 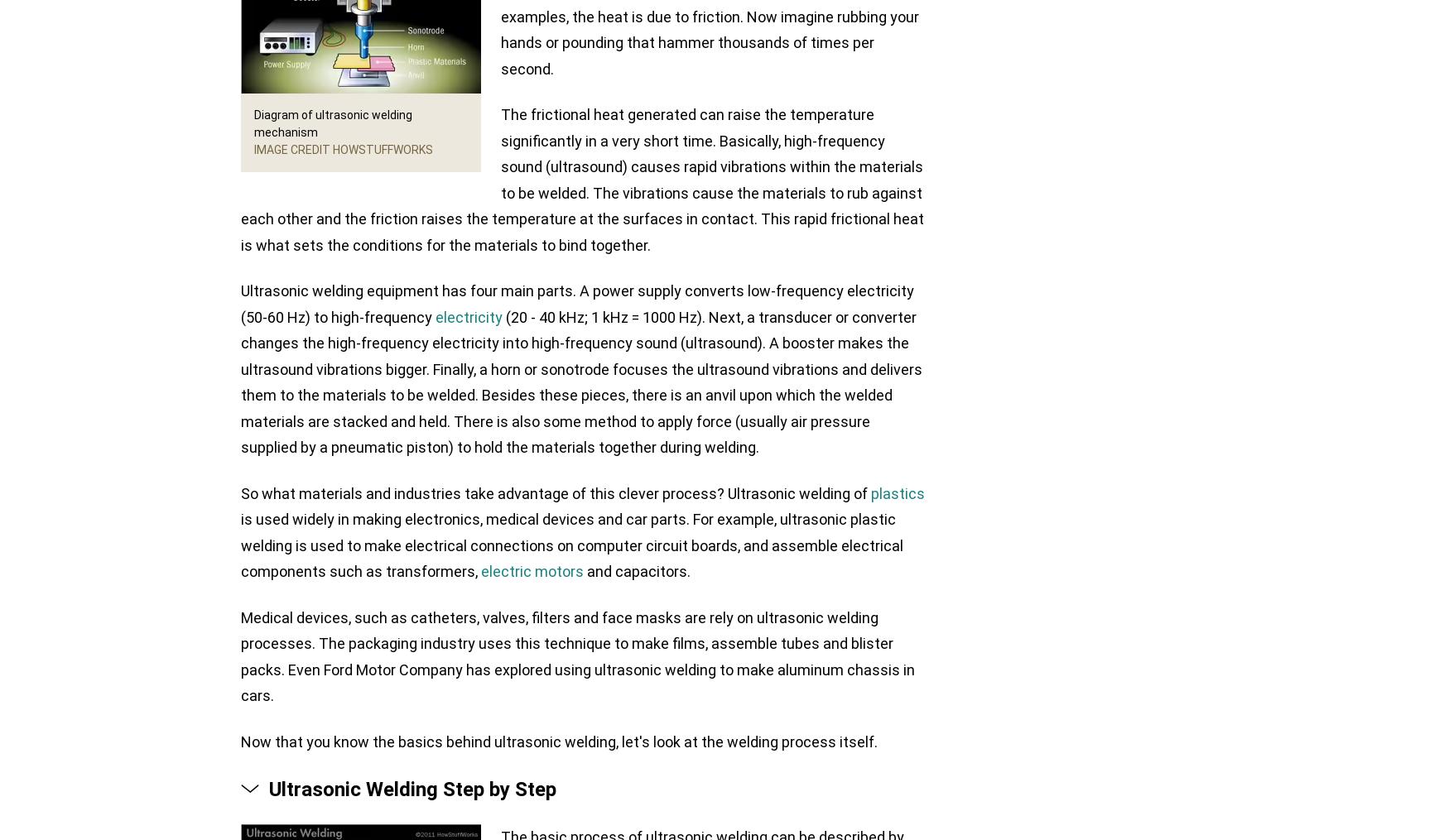 I want to click on 'The frictional heat generated can raise the temperature significantly in a very short time. Basically, high-frequency sound (ultrasound) causes rapid vibrations within the materials to be welded. The vibrations cause the materials to rub against each other and the friction raises the temperature at the surfaces in contact. This rapid frictional heat is what sets the conditions for the materials to bind together.', so click(x=240, y=179).